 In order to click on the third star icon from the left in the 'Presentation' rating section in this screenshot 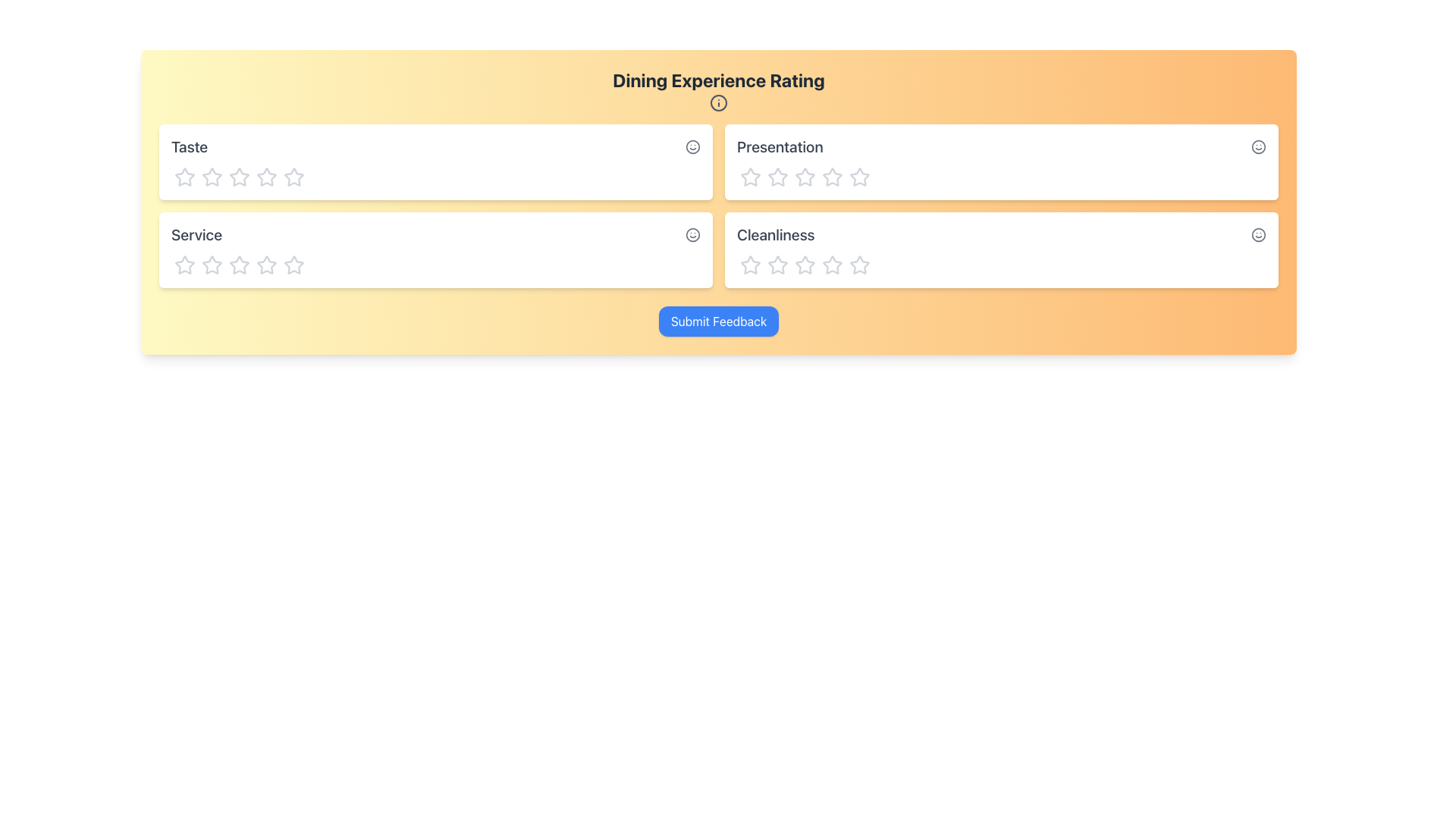, I will do `click(778, 175)`.